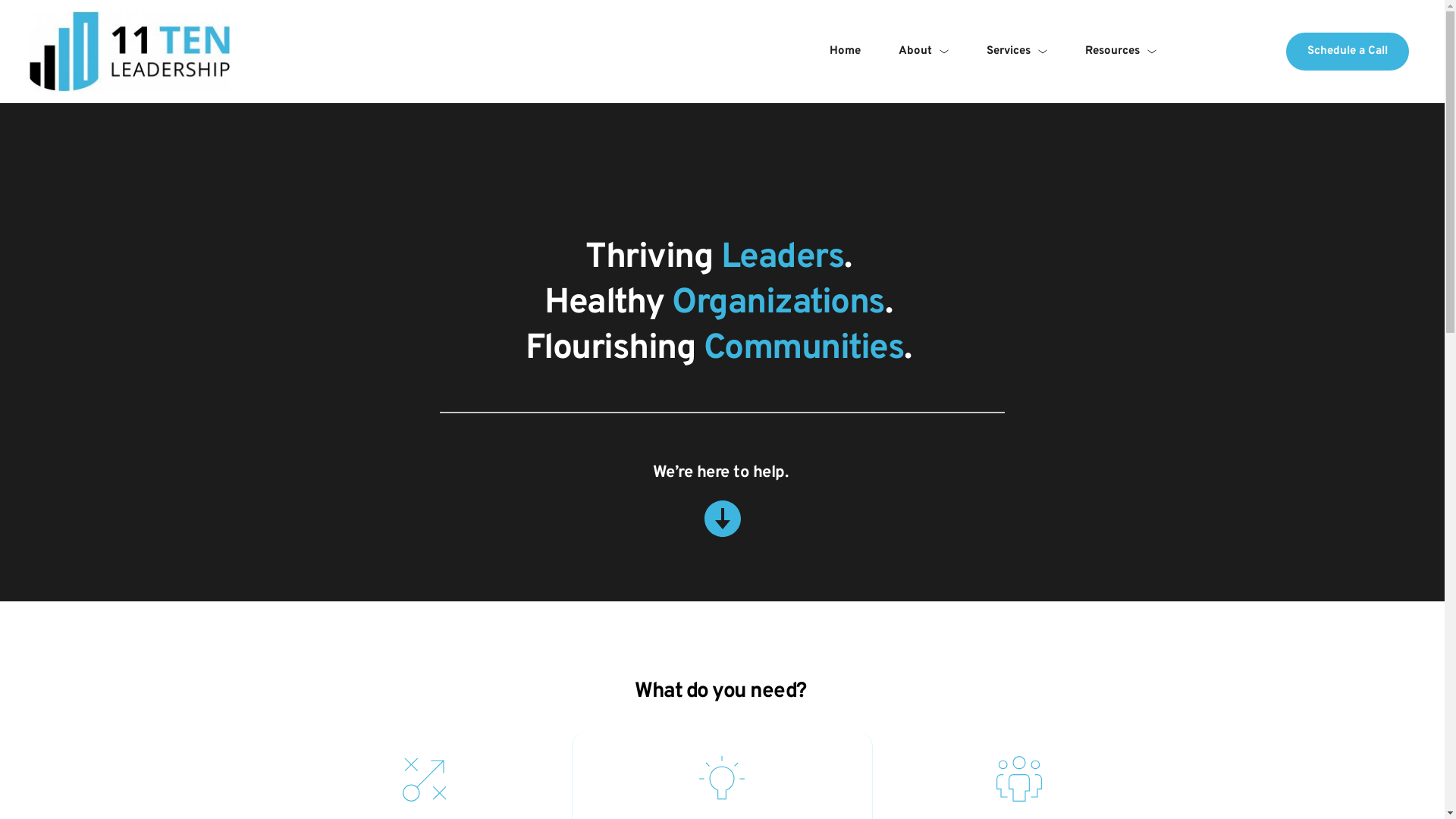 Image resolution: width=1456 pixels, height=819 pixels. I want to click on 'About', so click(923, 51).